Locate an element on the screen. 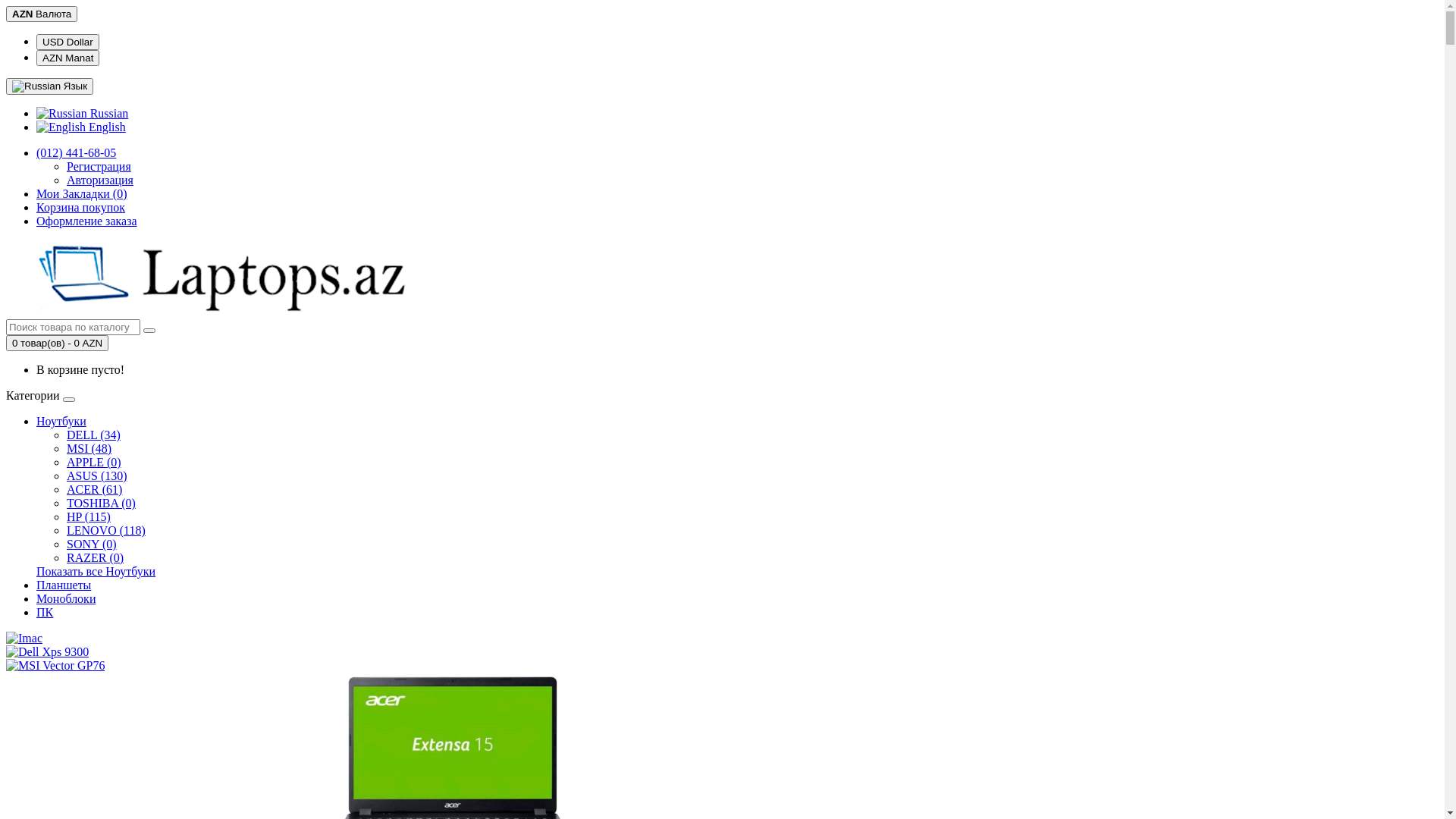 This screenshot has width=1456, height=819. 'English' is located at coordinates (80, 126).